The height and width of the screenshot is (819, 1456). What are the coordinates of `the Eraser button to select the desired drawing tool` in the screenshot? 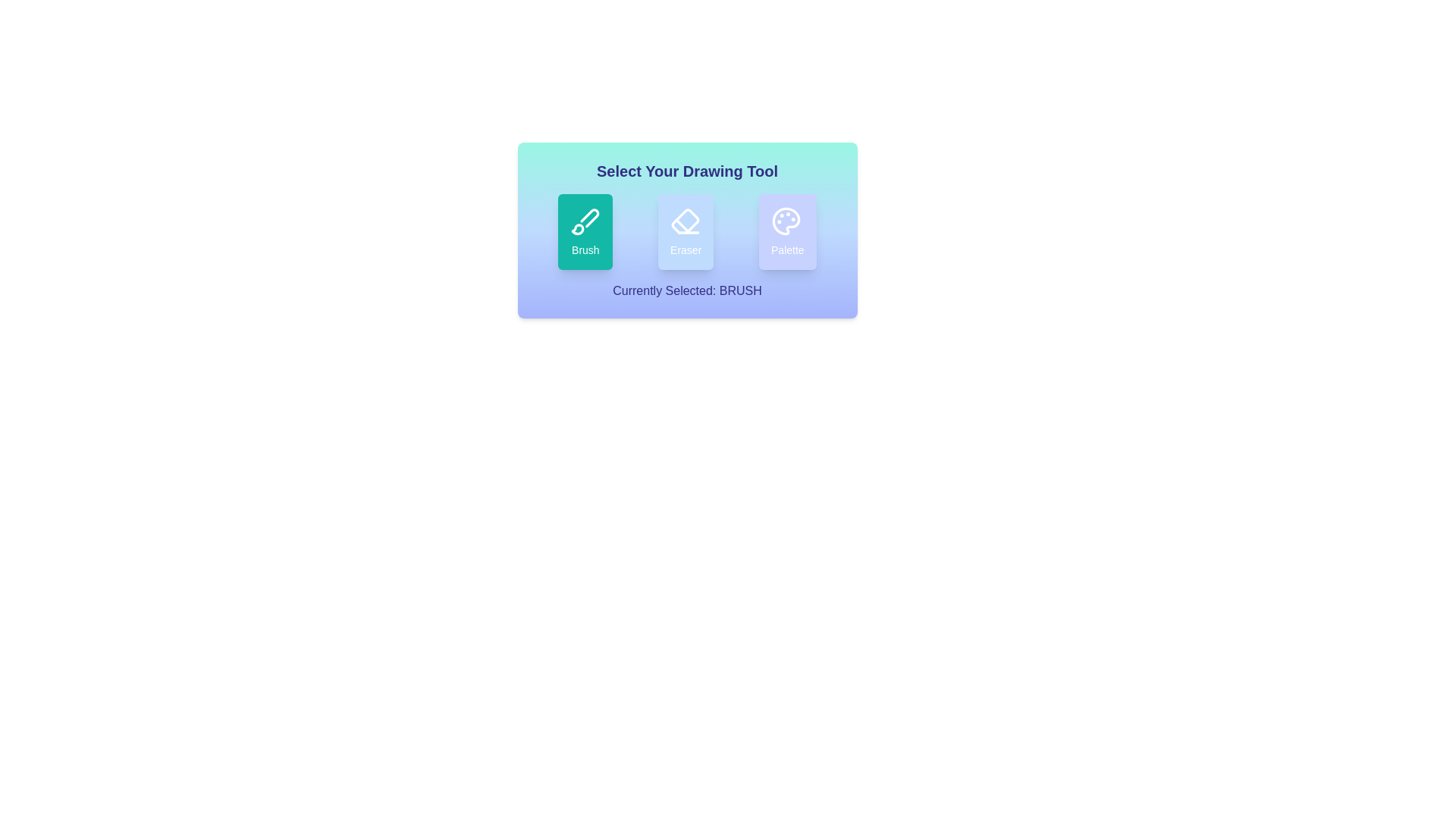 It's located at (685, 231).